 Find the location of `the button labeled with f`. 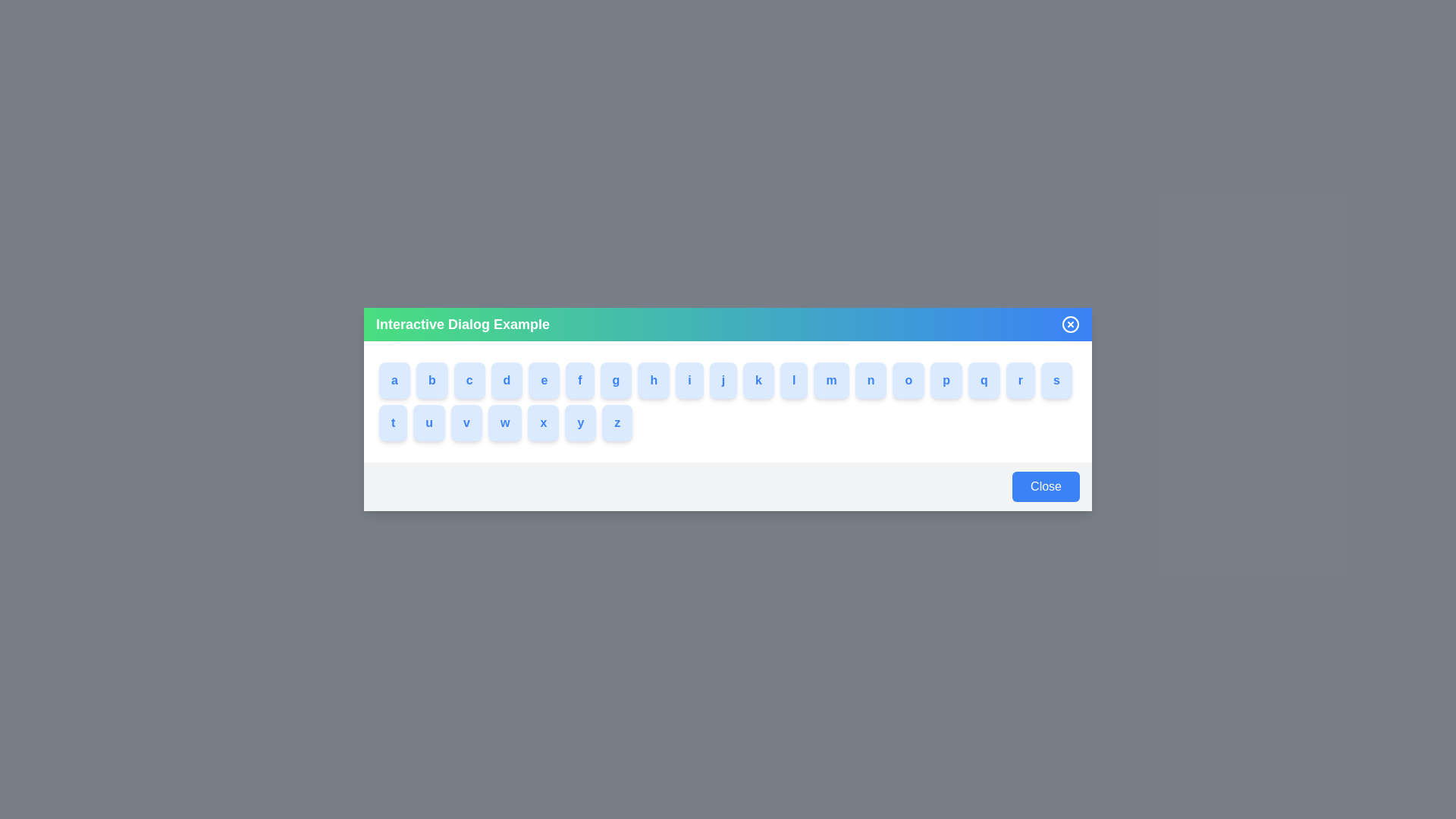

the button labeled with f is located at coordinates (582, 379).